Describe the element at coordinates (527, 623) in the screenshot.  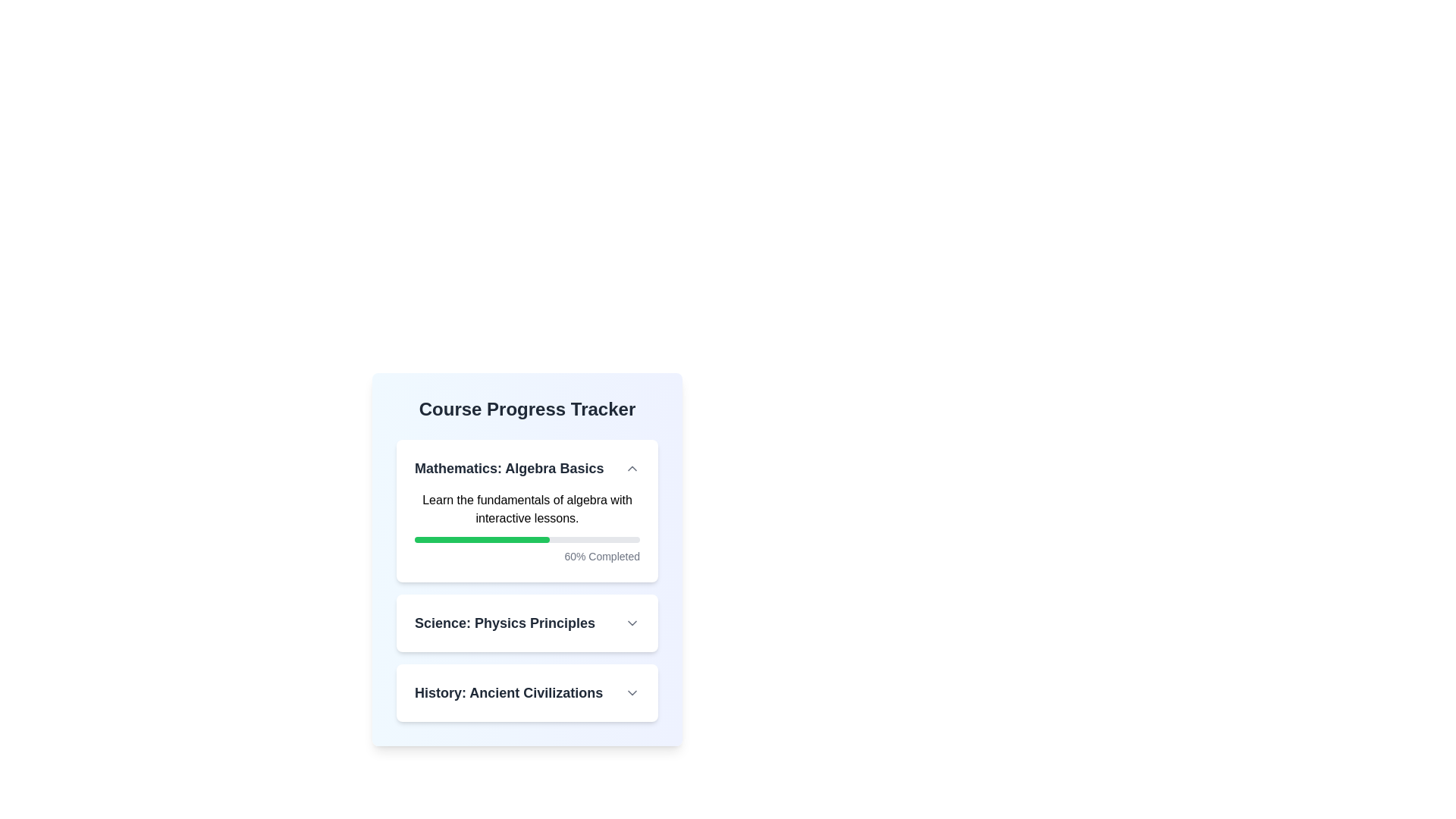
I see `the 'Science: Physics Principles' interactive header` at that location.